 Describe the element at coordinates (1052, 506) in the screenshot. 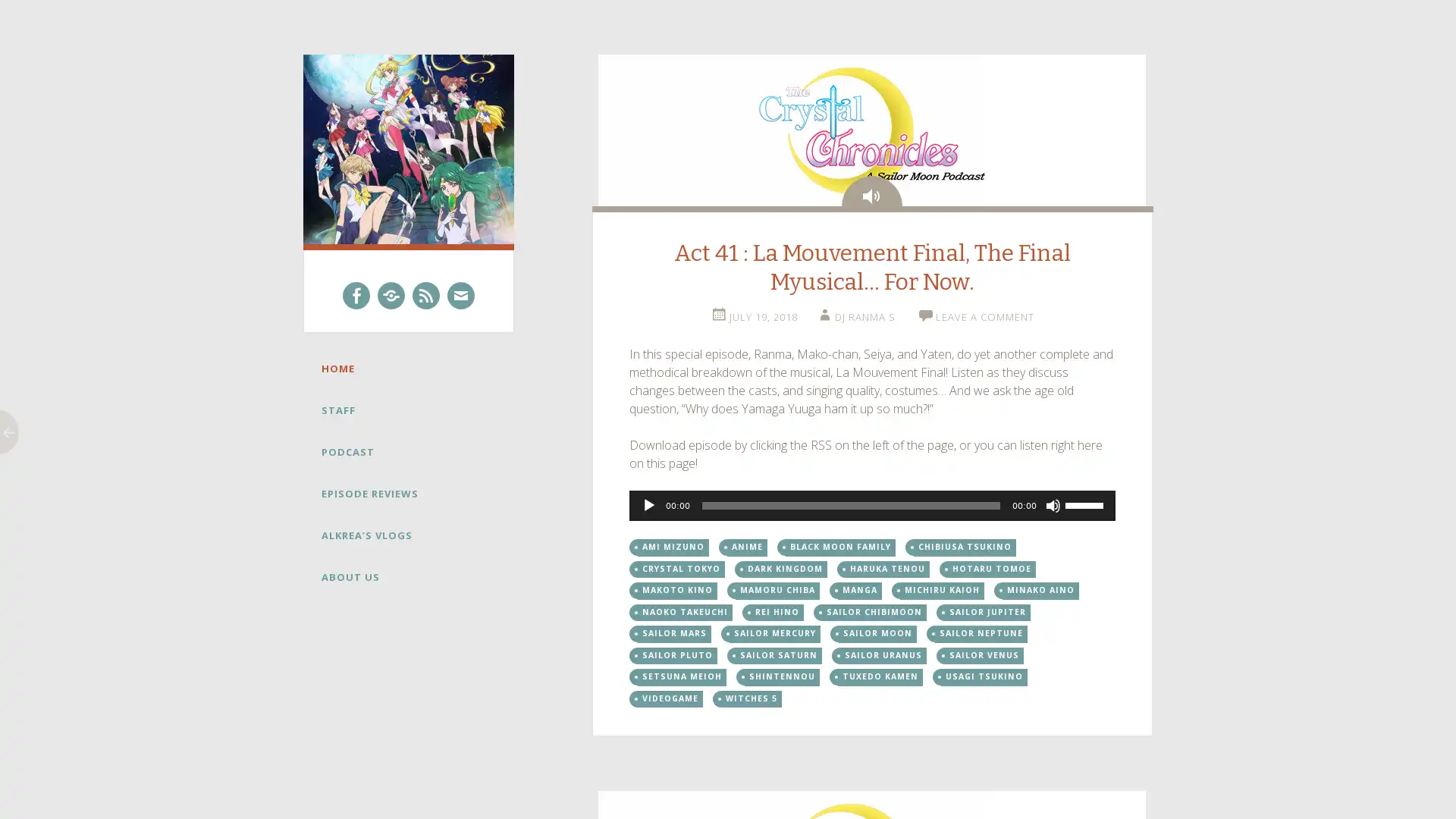

I see `Mute` at that location.